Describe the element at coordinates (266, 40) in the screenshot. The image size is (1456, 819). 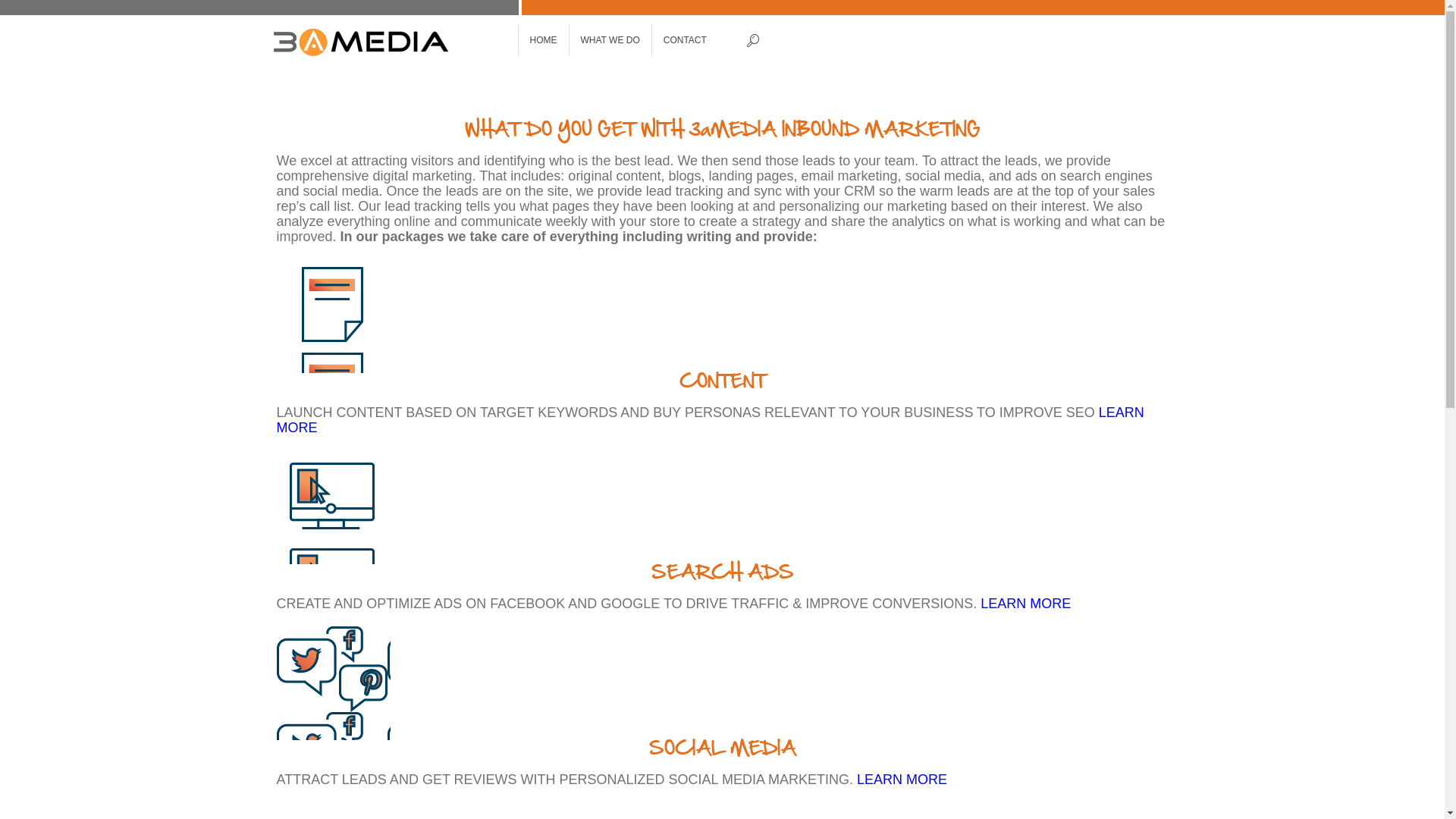
I see `'3aMedia'` at that location.